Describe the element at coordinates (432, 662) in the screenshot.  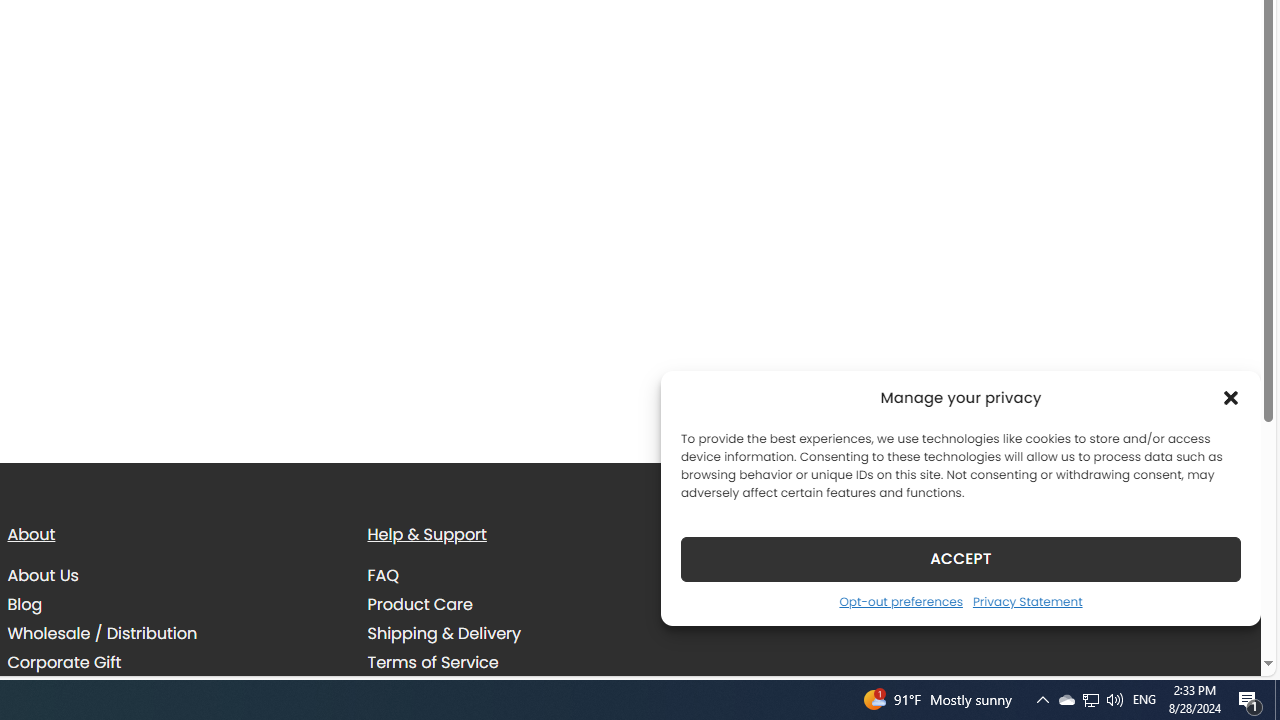
I see `'Terms of Service'` at that location.